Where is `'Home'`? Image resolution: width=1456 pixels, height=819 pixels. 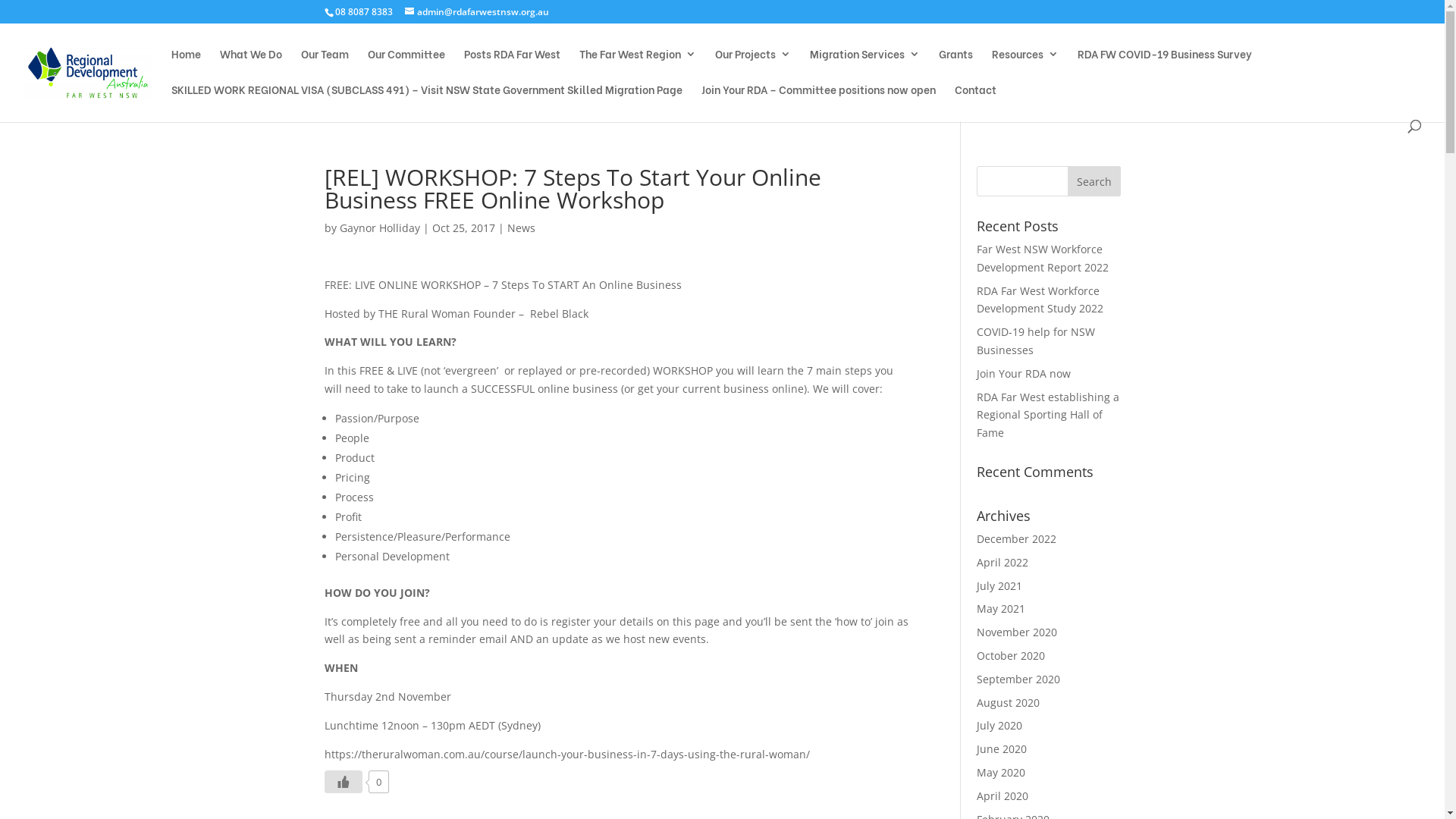 'Home' is located at coordinates (185, 65).